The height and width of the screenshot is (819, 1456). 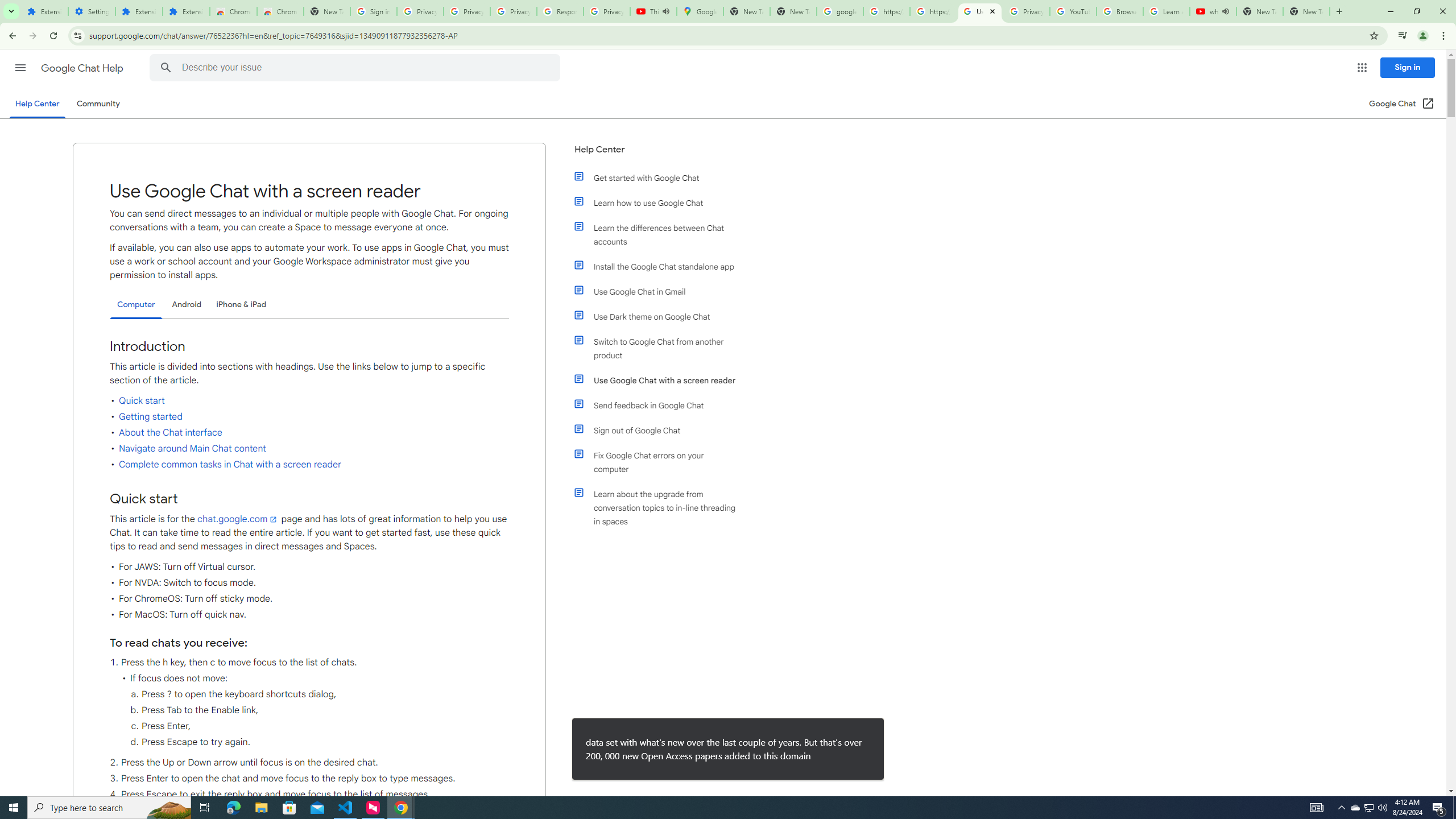 I want to click on 'Quick start', so click(x=141, y=400).